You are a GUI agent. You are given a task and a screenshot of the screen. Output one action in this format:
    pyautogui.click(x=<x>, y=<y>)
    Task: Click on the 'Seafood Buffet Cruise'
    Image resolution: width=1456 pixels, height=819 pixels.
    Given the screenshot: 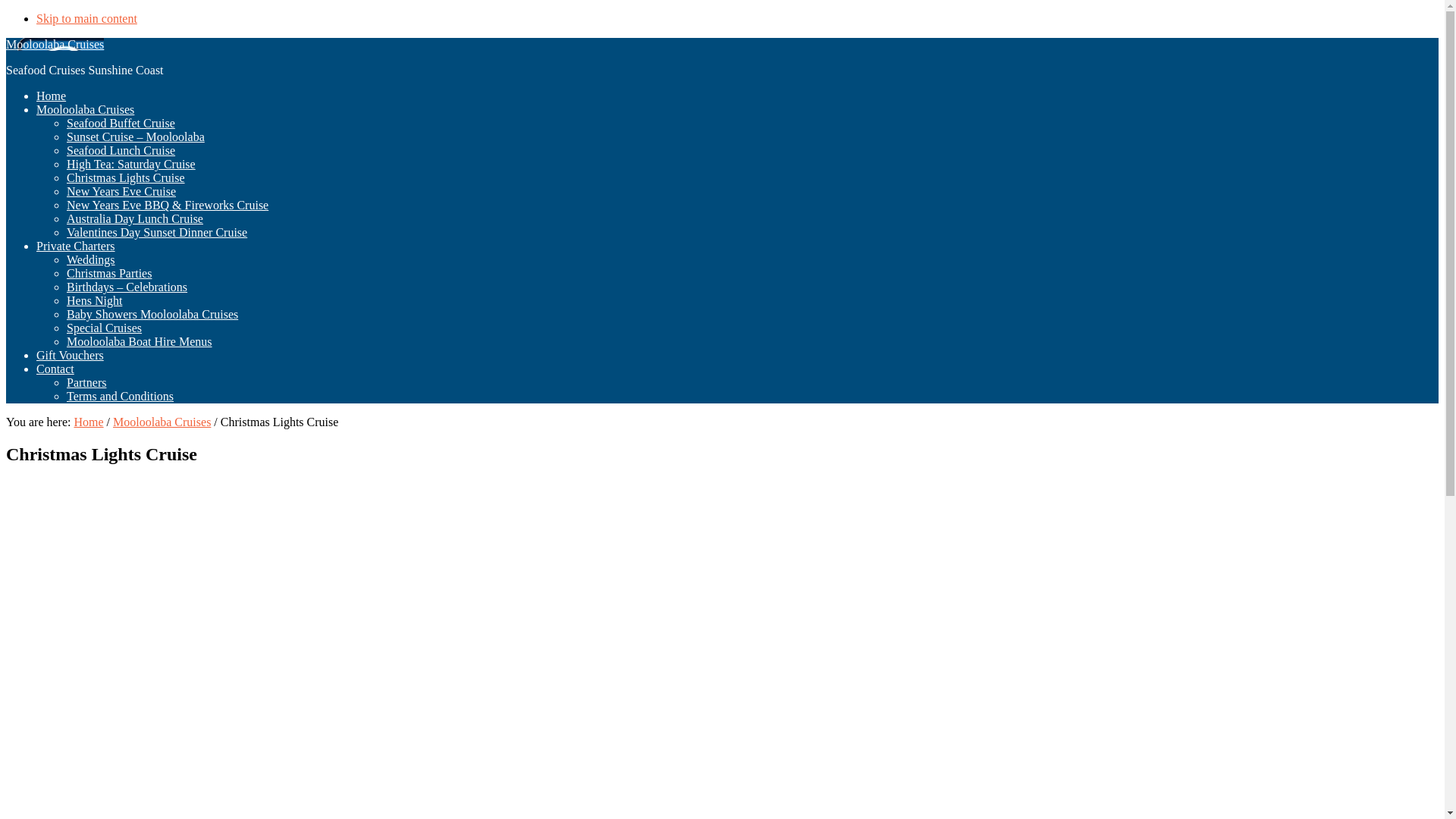 What is the action you would take?
    pyautogui.click(x=120, y=122)
    